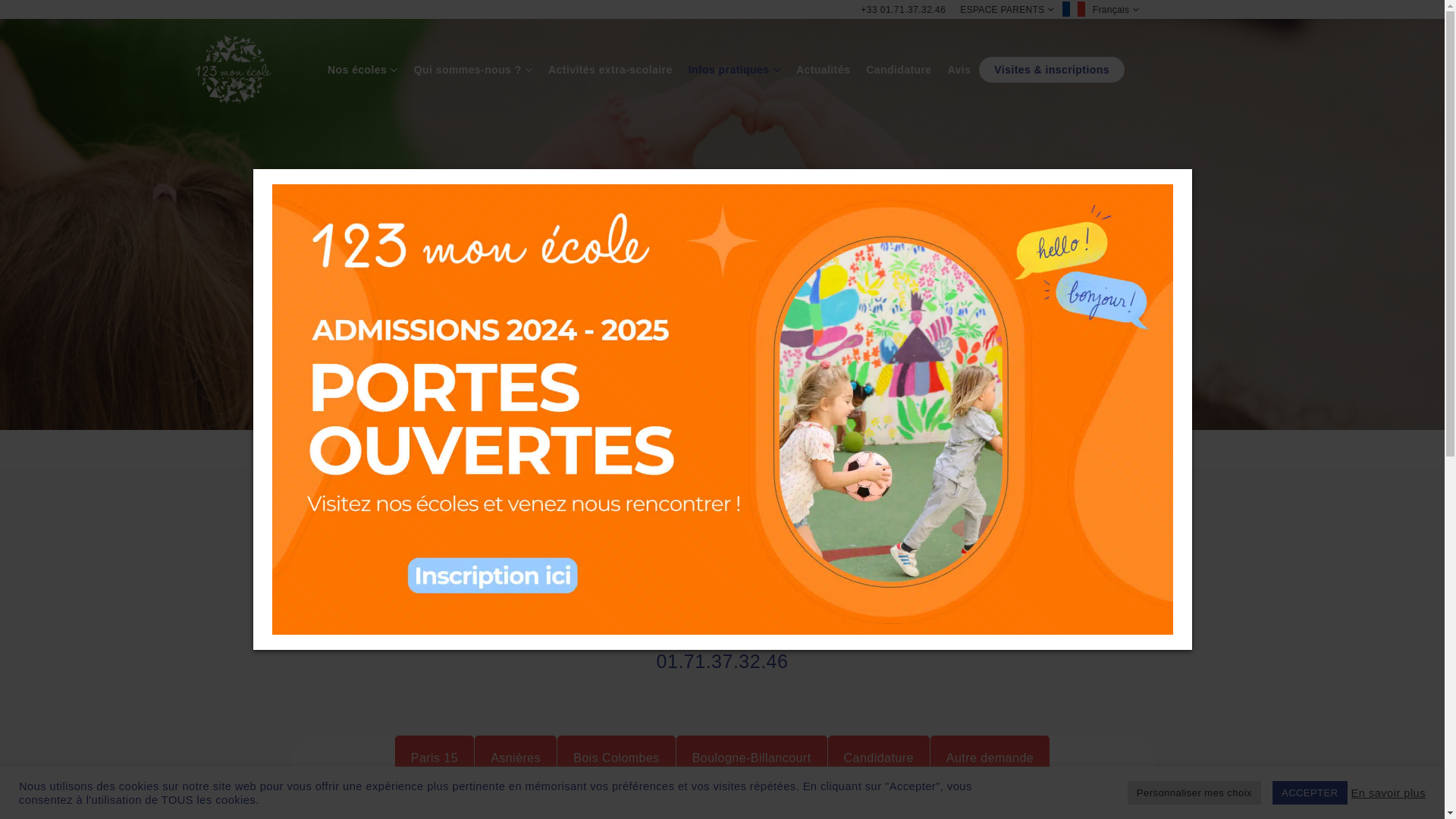 The width and height of the screenshot is (1456, 819). I want to click on 'ESPACE PARENTS', so click(1007, 9).